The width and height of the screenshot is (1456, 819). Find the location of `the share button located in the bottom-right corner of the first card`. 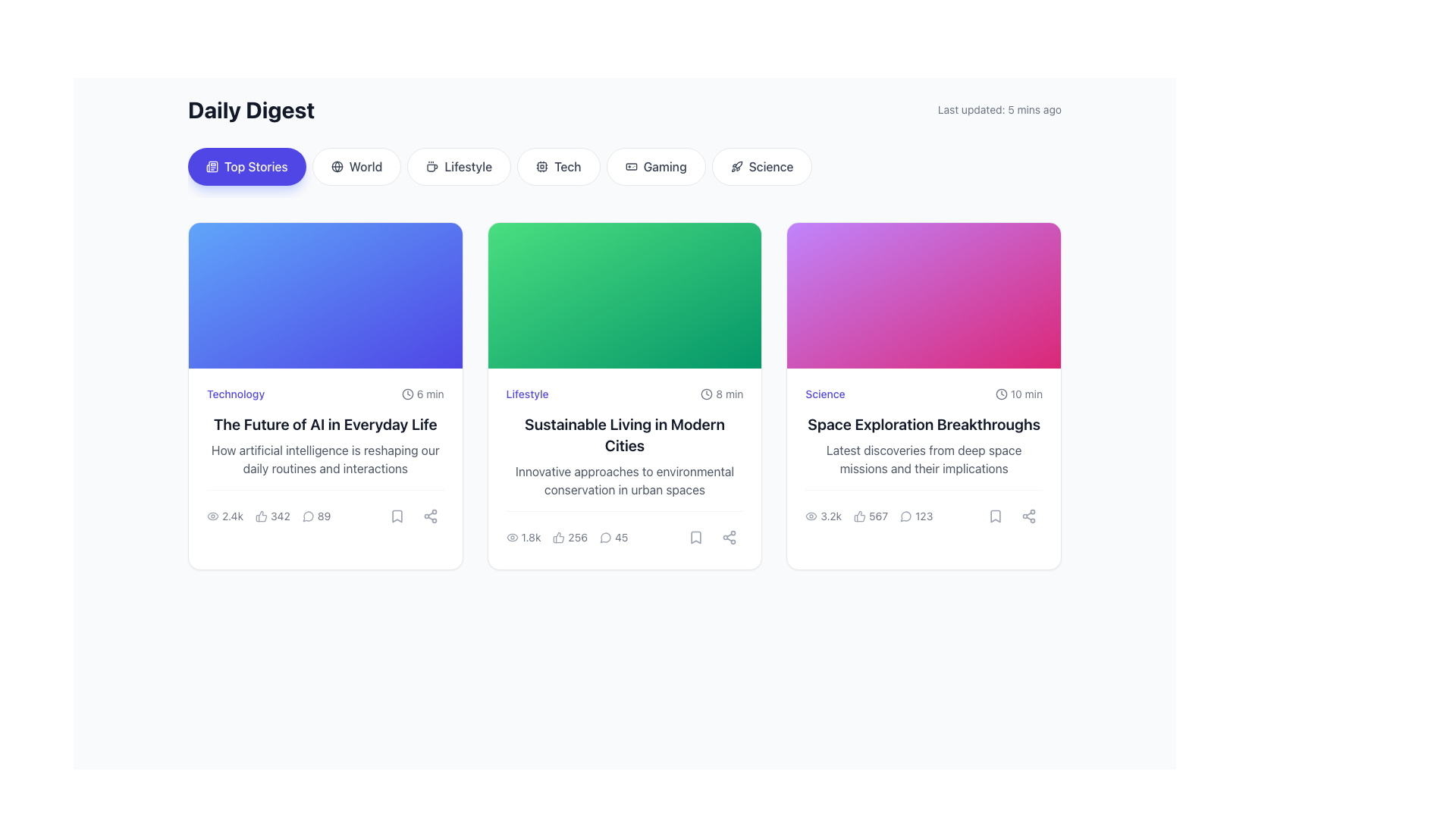

the share button located in the bottom-right corner of the first card is located at coordinates (429, 516).